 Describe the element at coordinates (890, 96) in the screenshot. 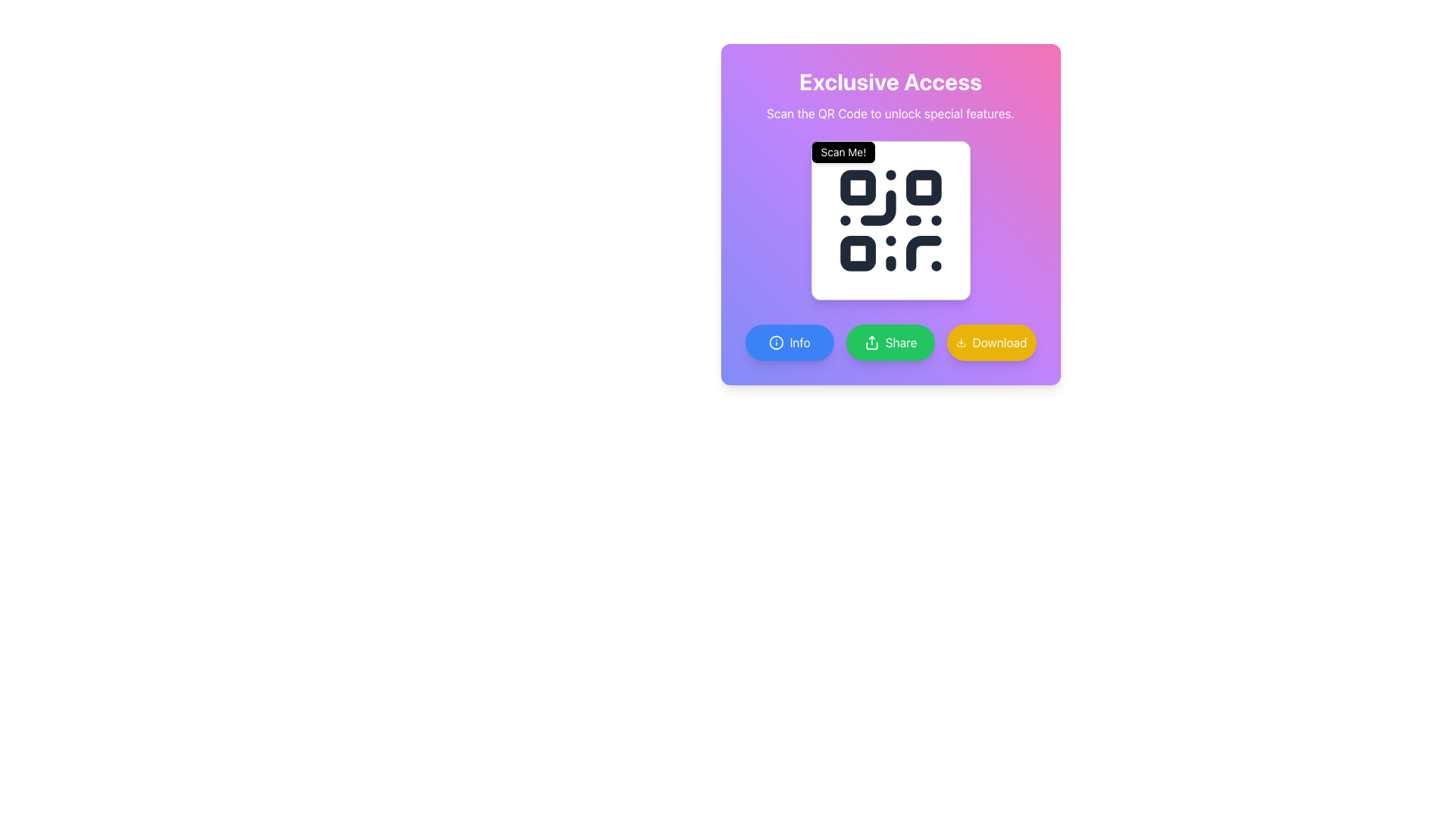

I see `the Information header that instructs the user to scan the QR code for special features` at that location.